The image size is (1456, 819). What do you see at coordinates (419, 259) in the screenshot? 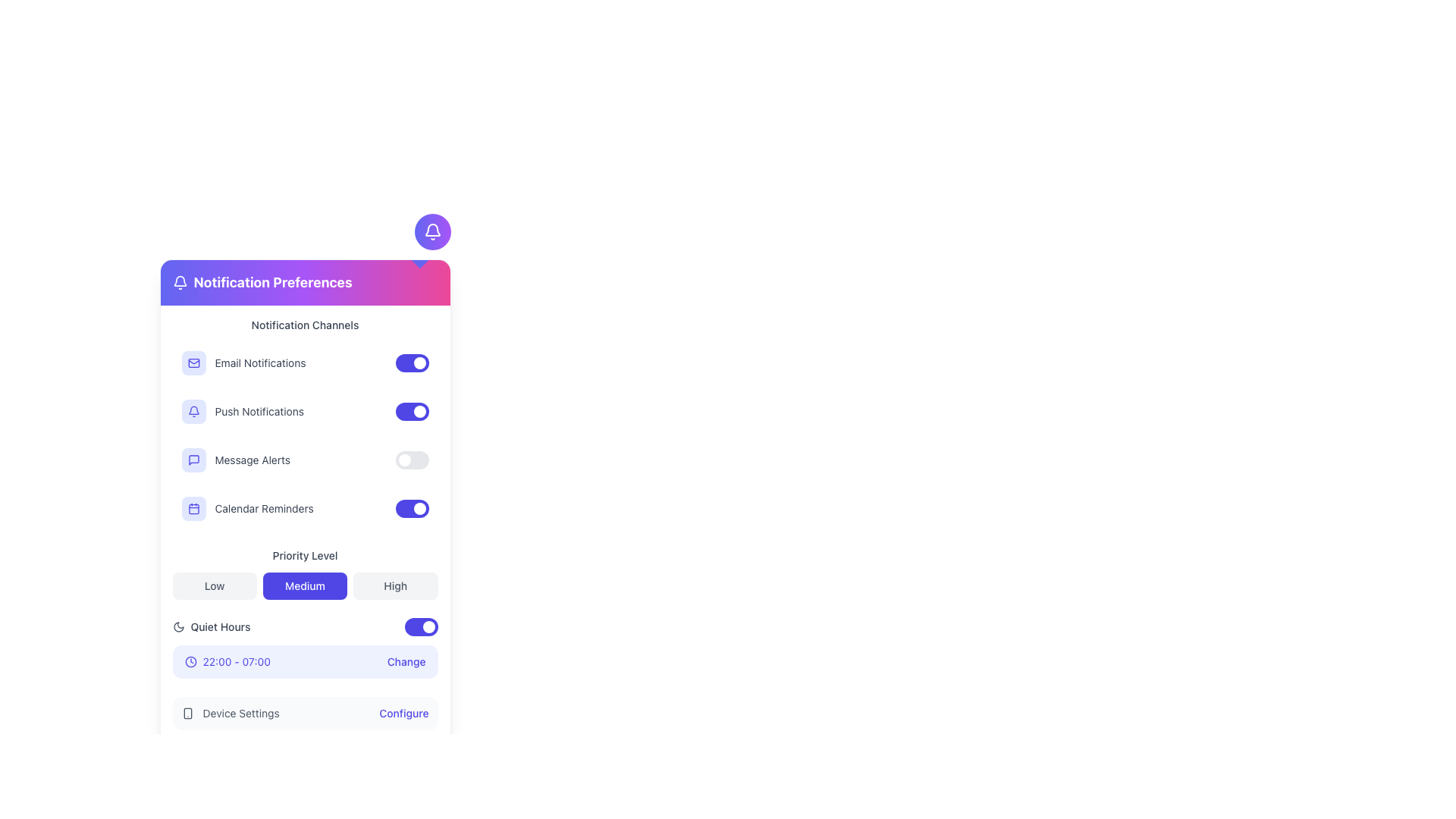
I see `the small, square-shaped purple decorative icon at a 45-degree angle located at the top-right corner of the 'Notification Preferences' header bar` at bounding box center [419, 259].